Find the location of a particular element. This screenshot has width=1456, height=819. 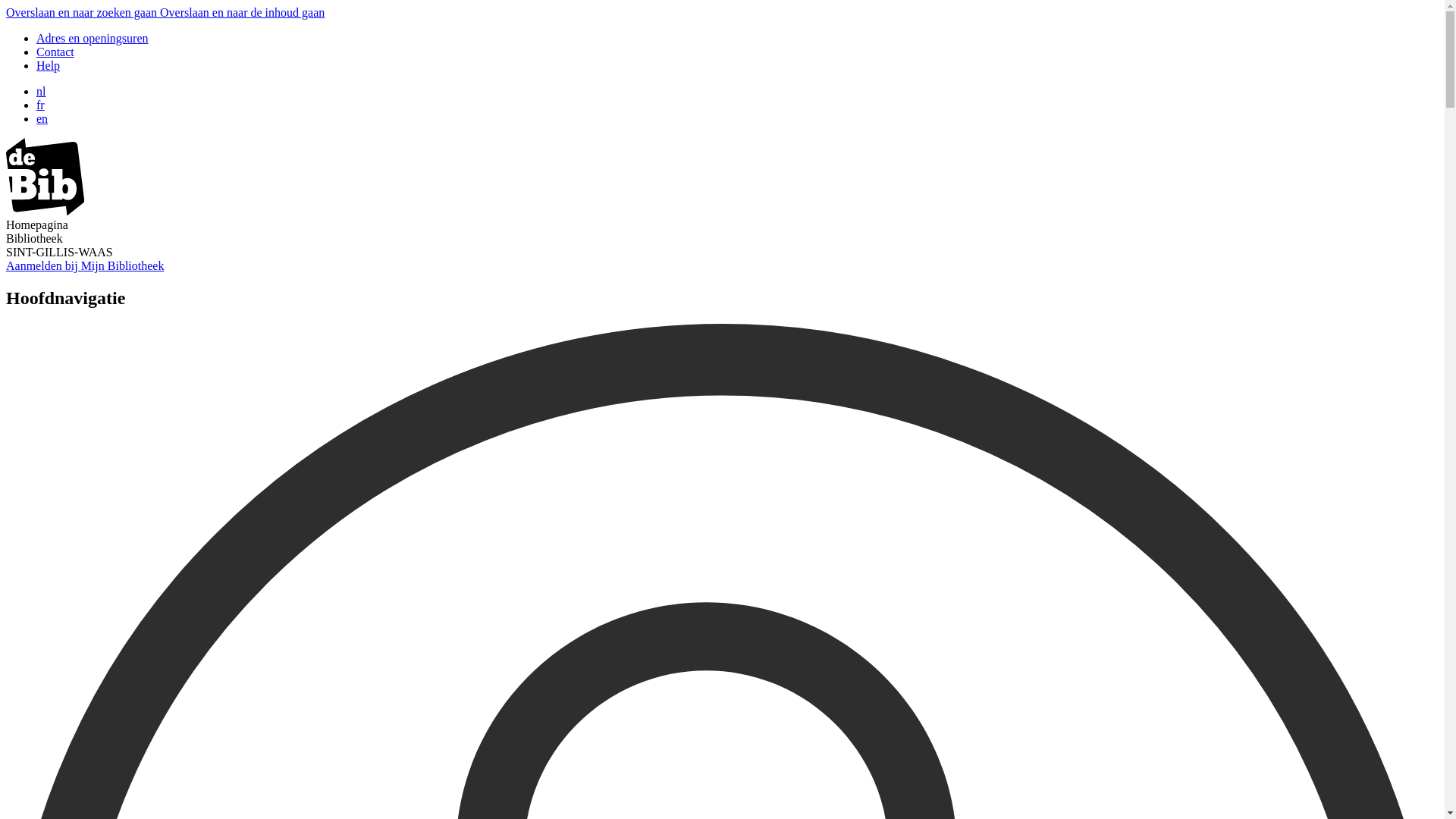

'image/svg+xml' is located at coordinates (6, 211).